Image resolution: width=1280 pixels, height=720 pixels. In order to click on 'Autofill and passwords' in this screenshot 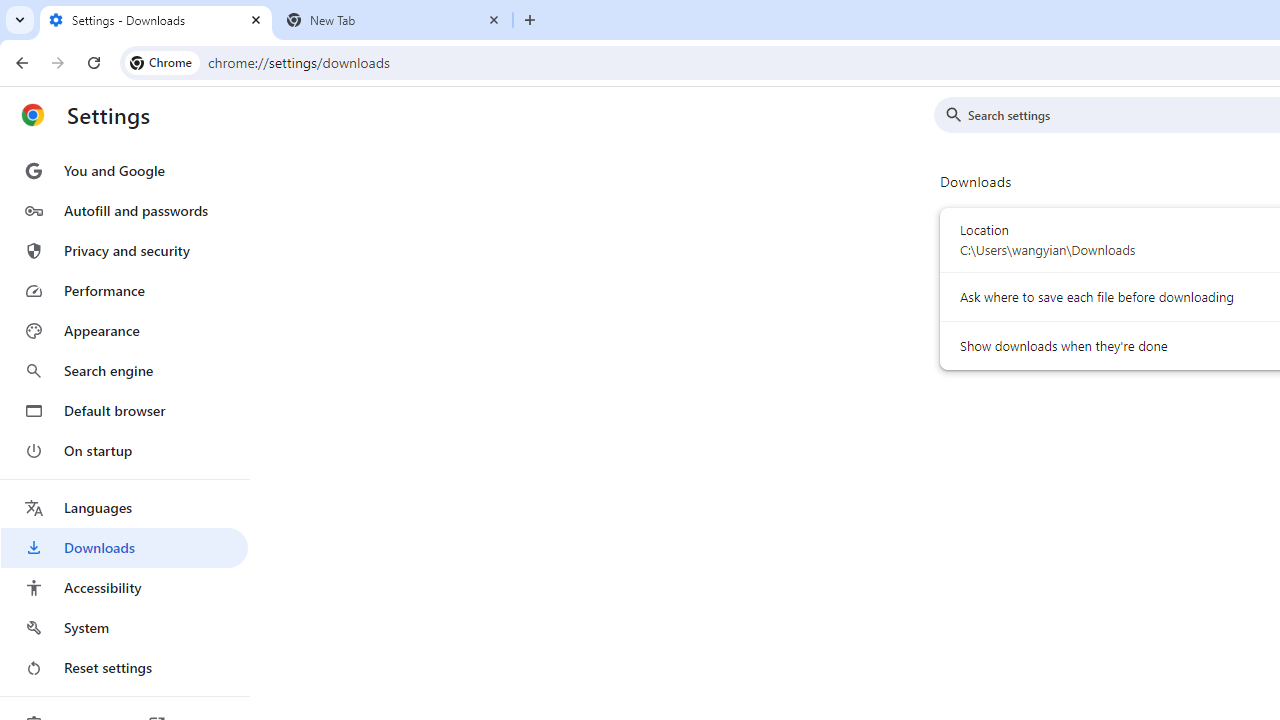, I will do `click(123, 210)`.